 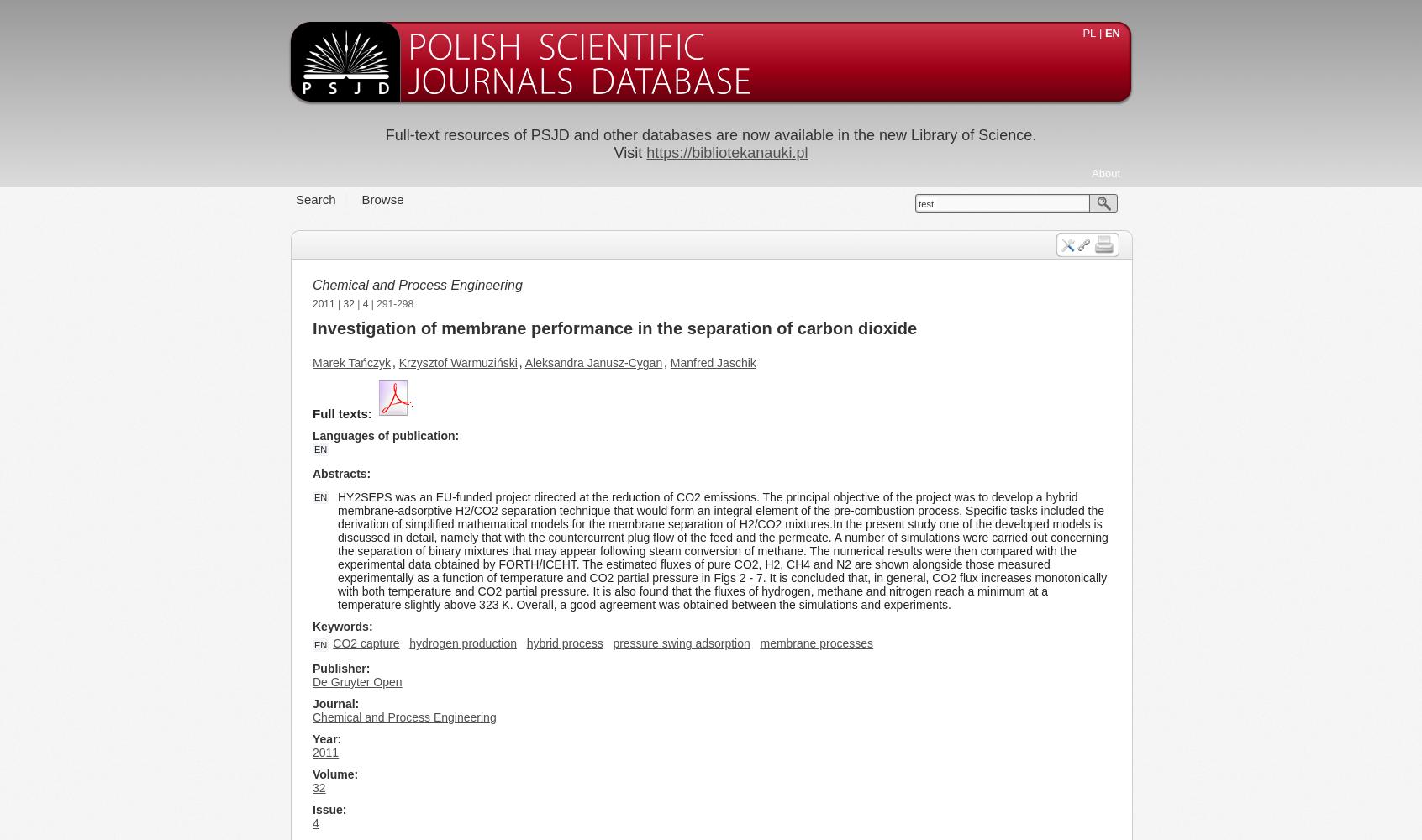 I want to click on 'Issue', so click(x=327, y=809).